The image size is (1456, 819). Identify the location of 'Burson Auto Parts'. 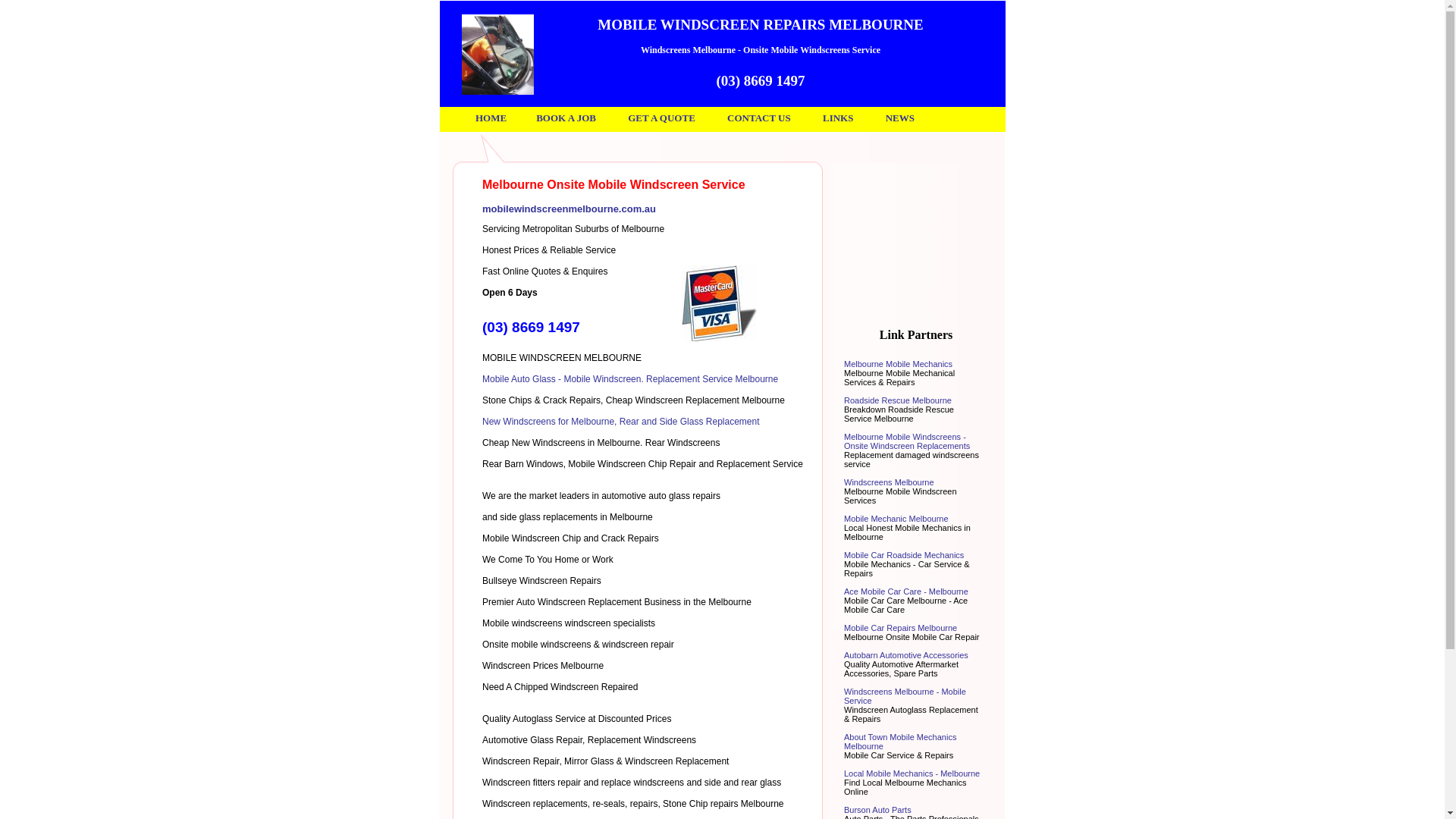
(877, 809).